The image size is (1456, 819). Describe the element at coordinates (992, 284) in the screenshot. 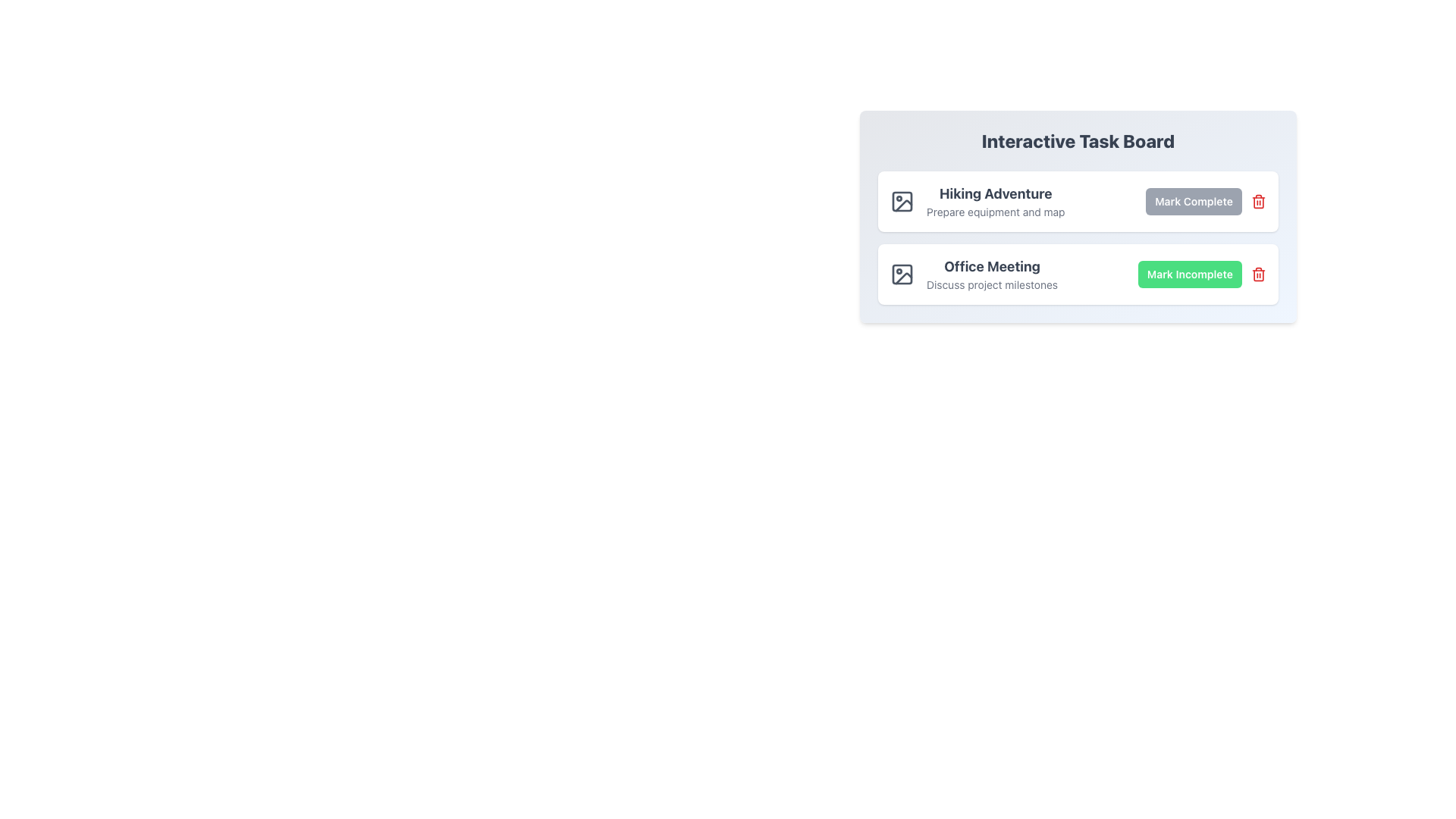

I see `the text label displaying 'Discuss project milestones' located under the 'Office Meeting' section` at that location.